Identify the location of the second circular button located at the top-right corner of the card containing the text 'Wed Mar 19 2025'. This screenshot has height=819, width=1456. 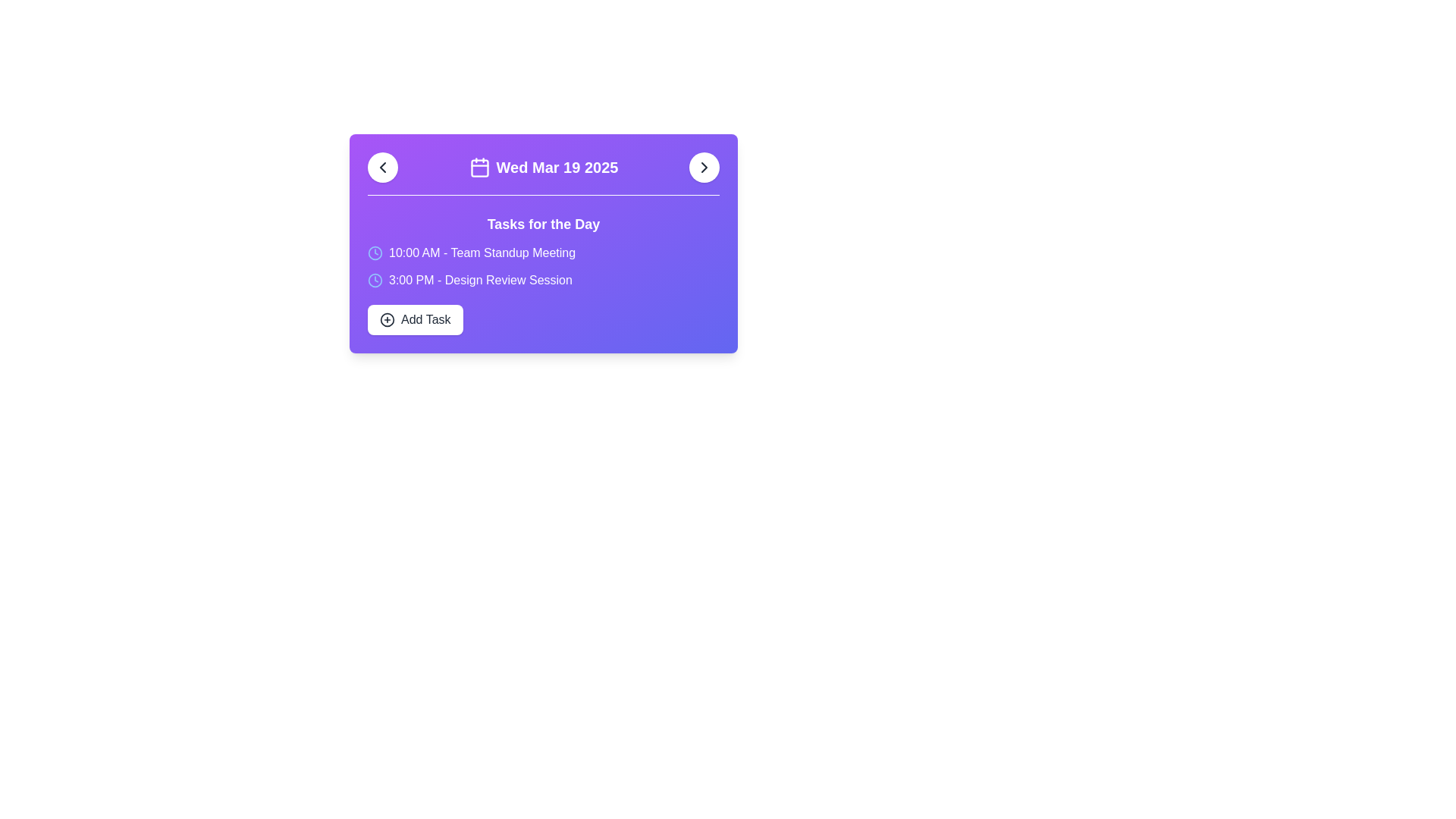
(704, 167).